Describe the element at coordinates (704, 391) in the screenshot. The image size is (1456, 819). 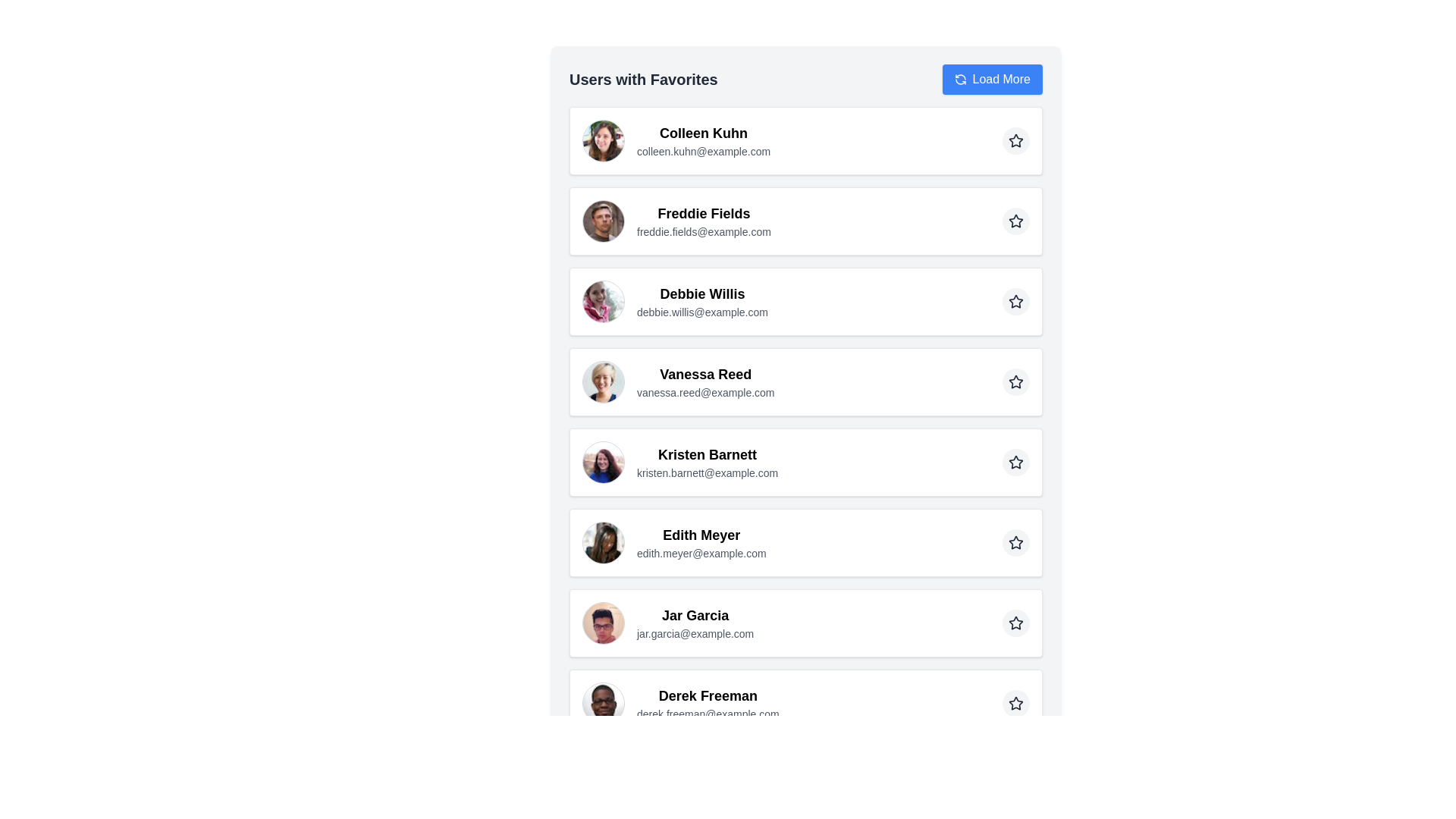
I see `the text label displaying the email address 'vanessa.reed@example.com', which is styled in gray and located beneath the name 'Vanessa Reed' in the fourth entry of the user list` at that location.